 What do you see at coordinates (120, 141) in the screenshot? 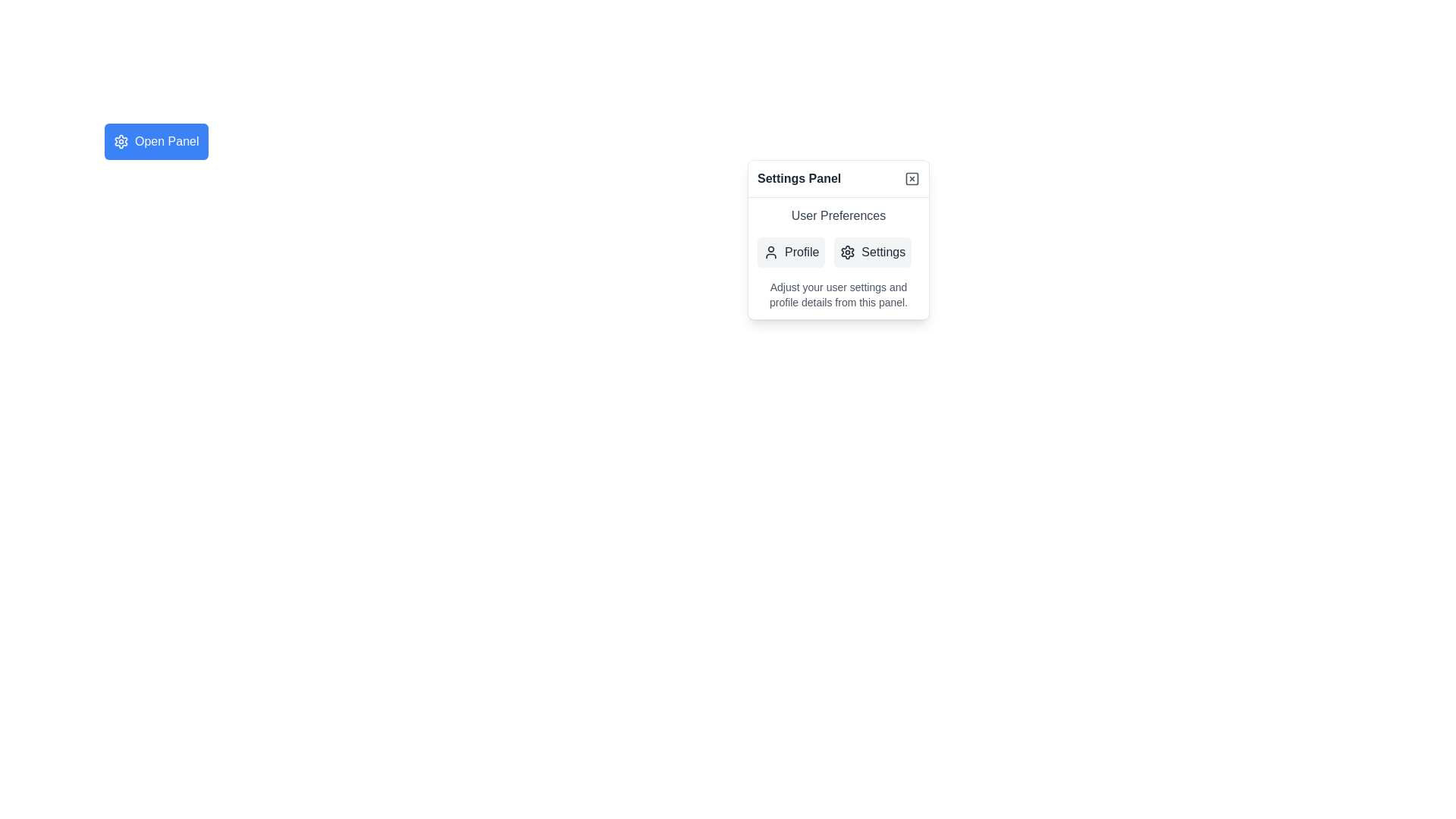
I see `the gear-shaped settings icon located to the left of the 'Open Panel' label in the upper-left section of the interface` at bounding box center [120, 141].